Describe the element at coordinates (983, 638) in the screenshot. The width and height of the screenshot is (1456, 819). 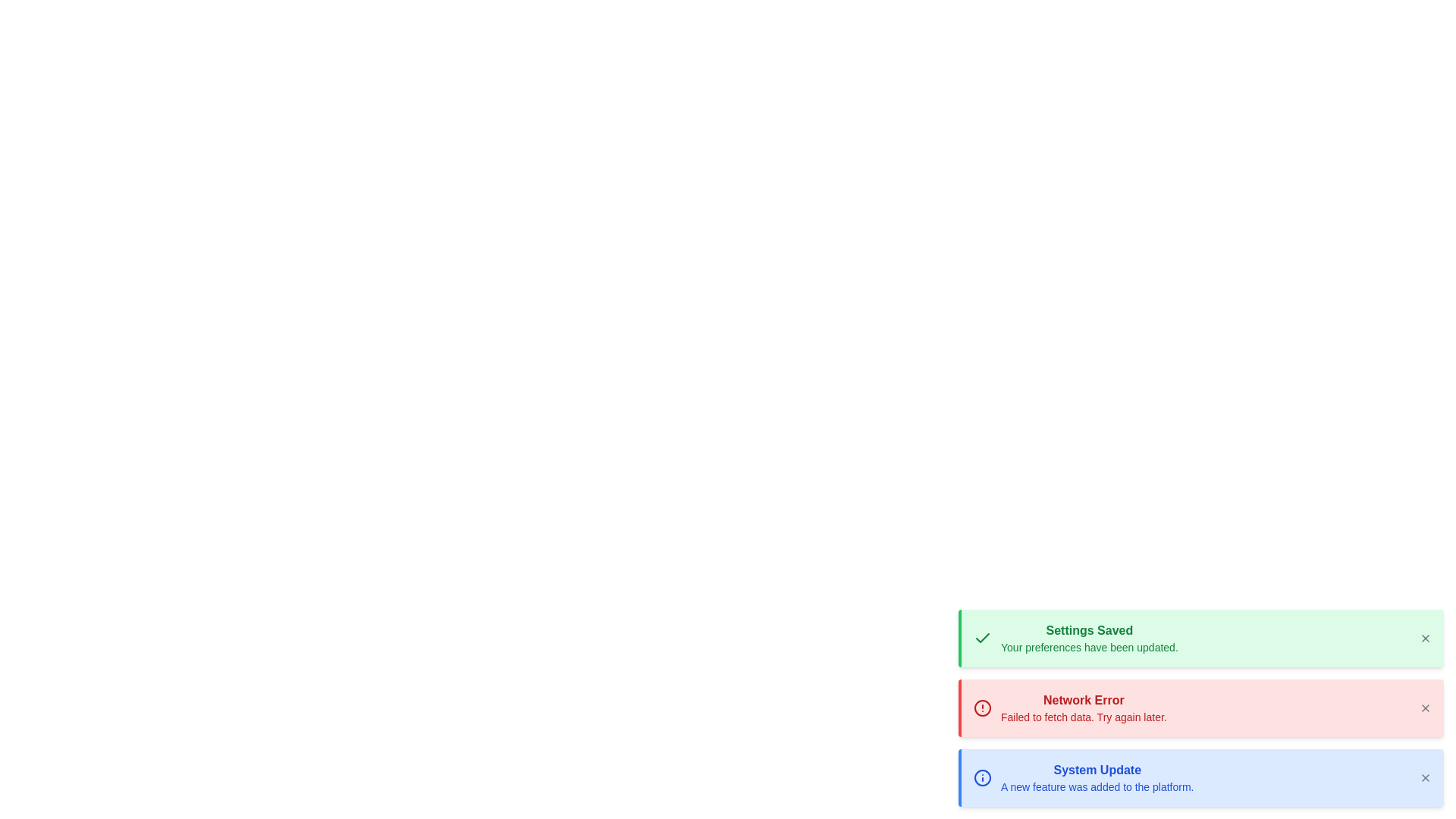
I see `the green checkmark icon located within the success notification bar above the message 'Settings Saved'` at that location.